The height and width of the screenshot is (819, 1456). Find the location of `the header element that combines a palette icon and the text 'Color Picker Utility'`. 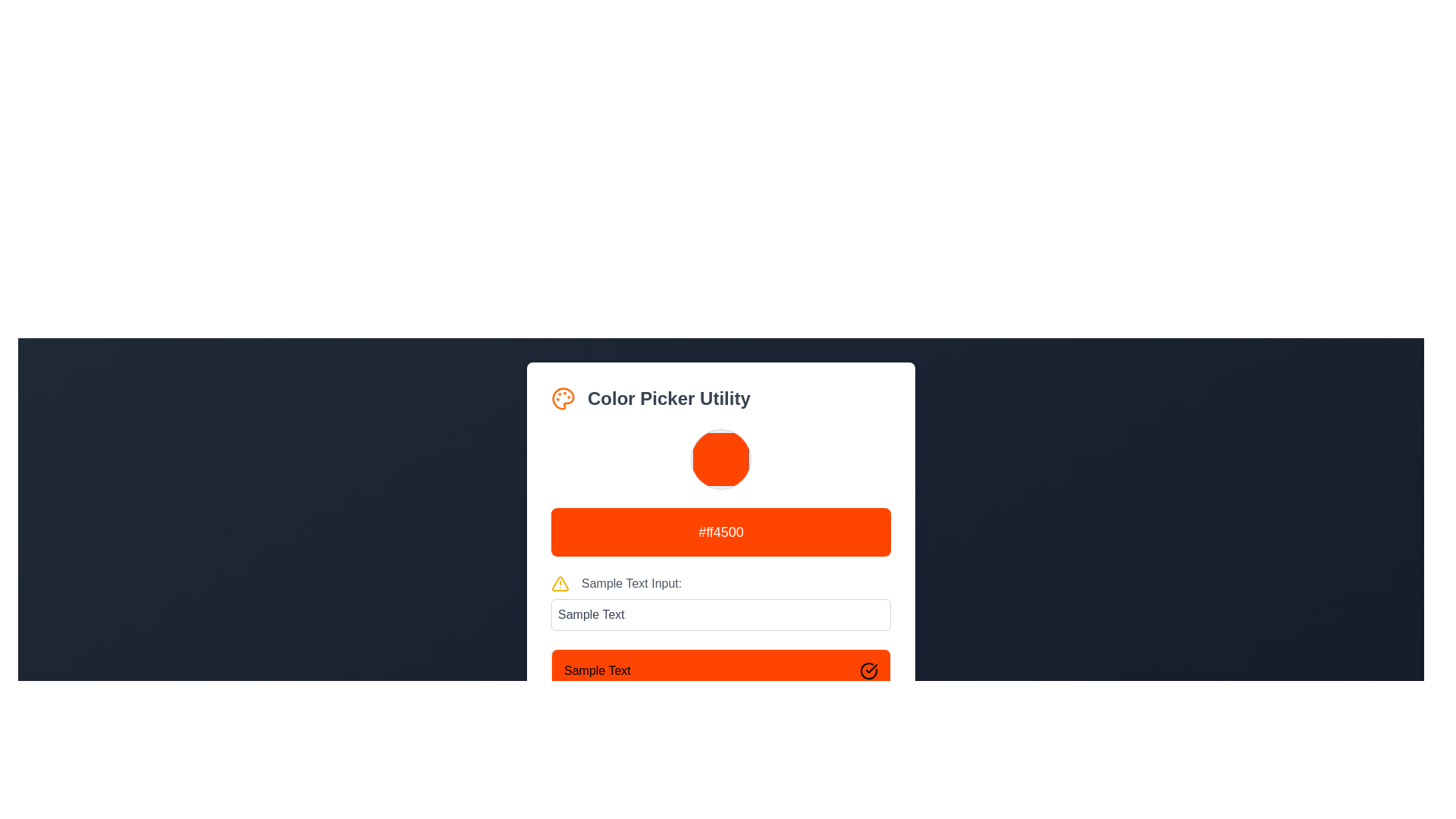

the header element that combines a palette icon and the text 'Color Picker Utility' is located at coordinates (720, 397).